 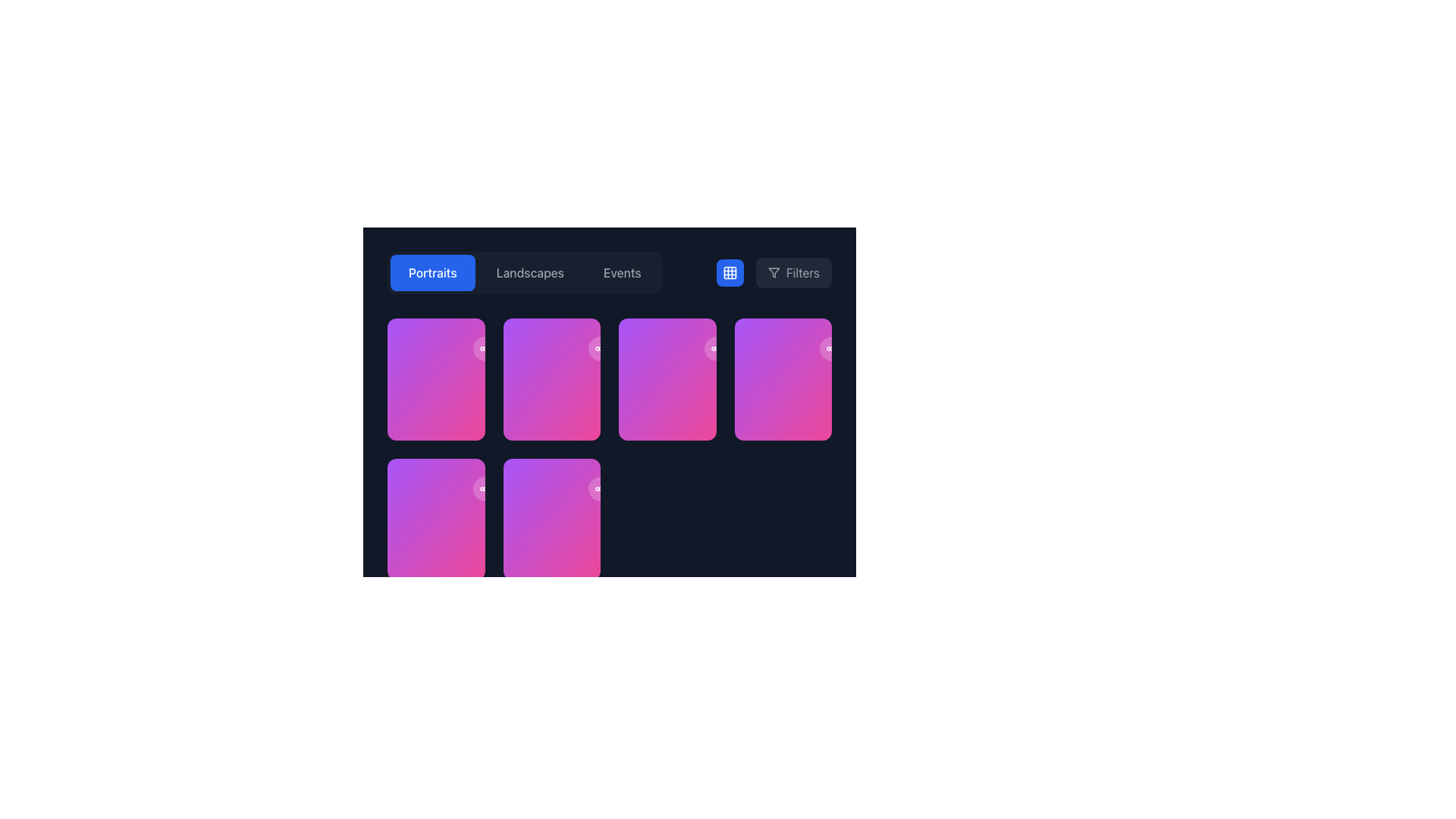 What do you see at coordinates (551, 522) in the screenshot?
I see `the Information display panel that summarizes engagement metrics for the card labeled 'Natural Light' and 'Studio', located at the bottommost section of the card` at bounding box center [551, 522].